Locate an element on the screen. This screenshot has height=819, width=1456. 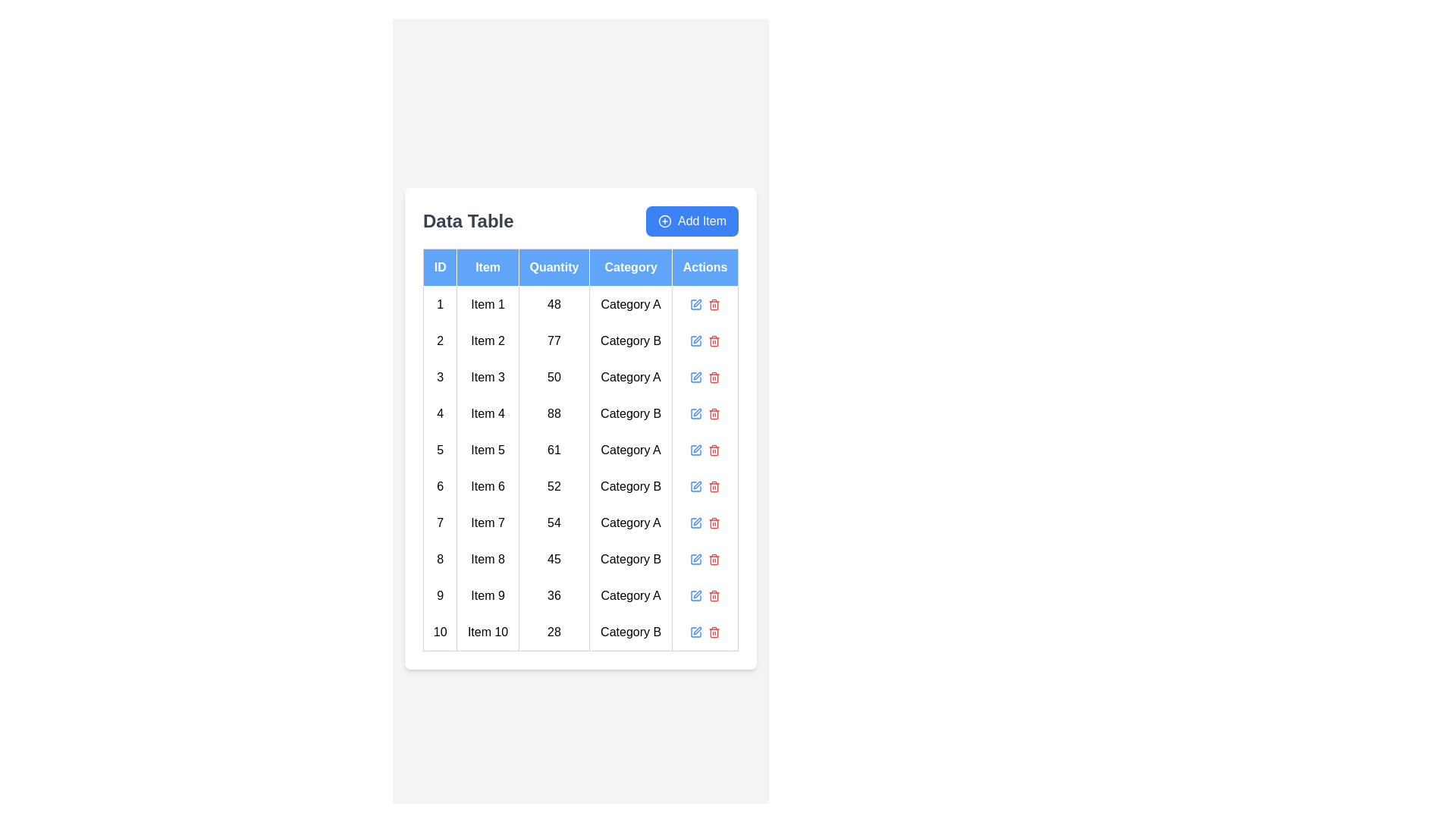
the bold numerical value "36" in the "Quantity" column of the table for "Item 9." is located at coordinates (553, 595).